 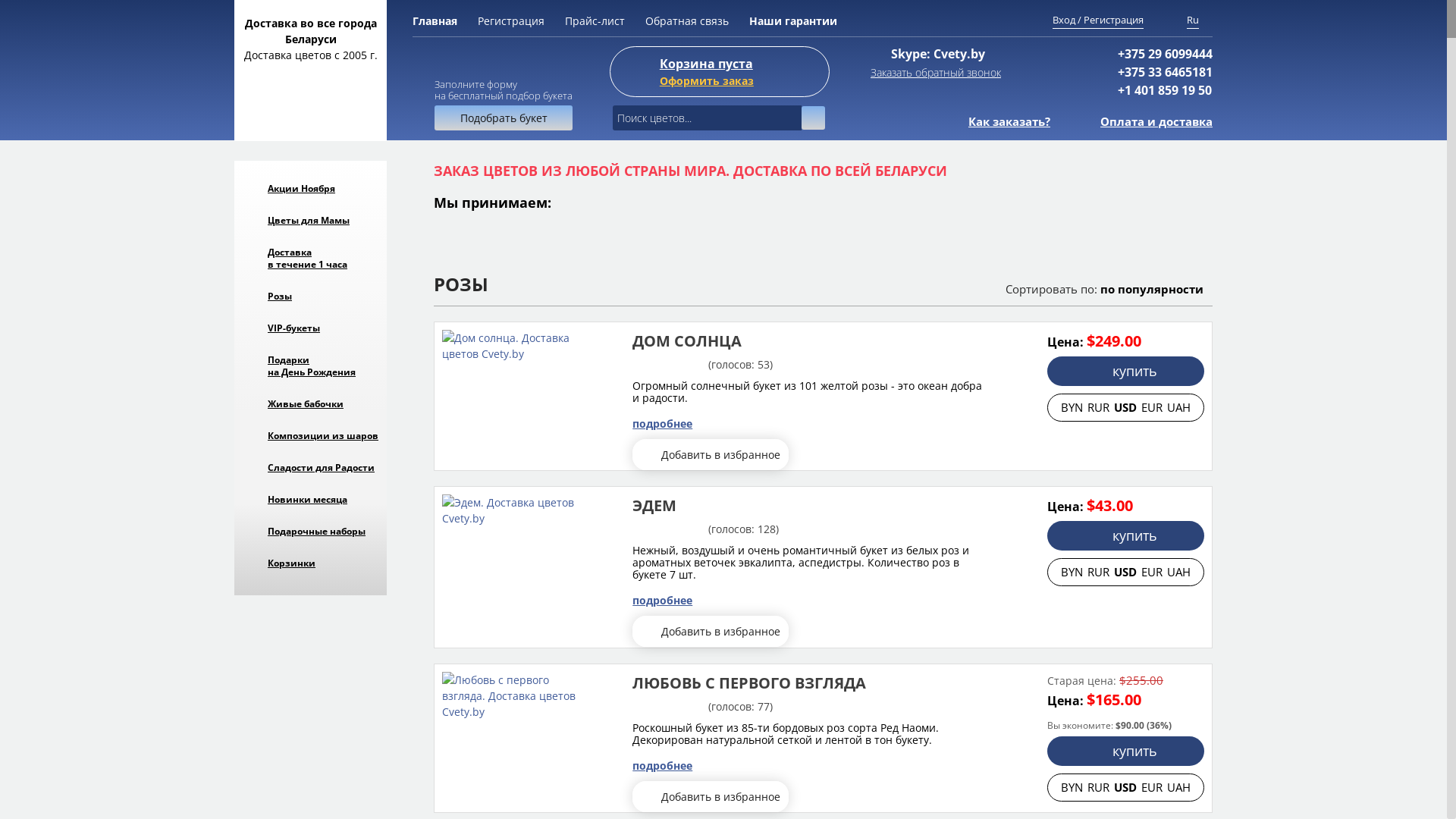 What do you see at coordinates (1127, 571) in the screenshot?
I see `'USD'` at bounding box center [1127, 571].